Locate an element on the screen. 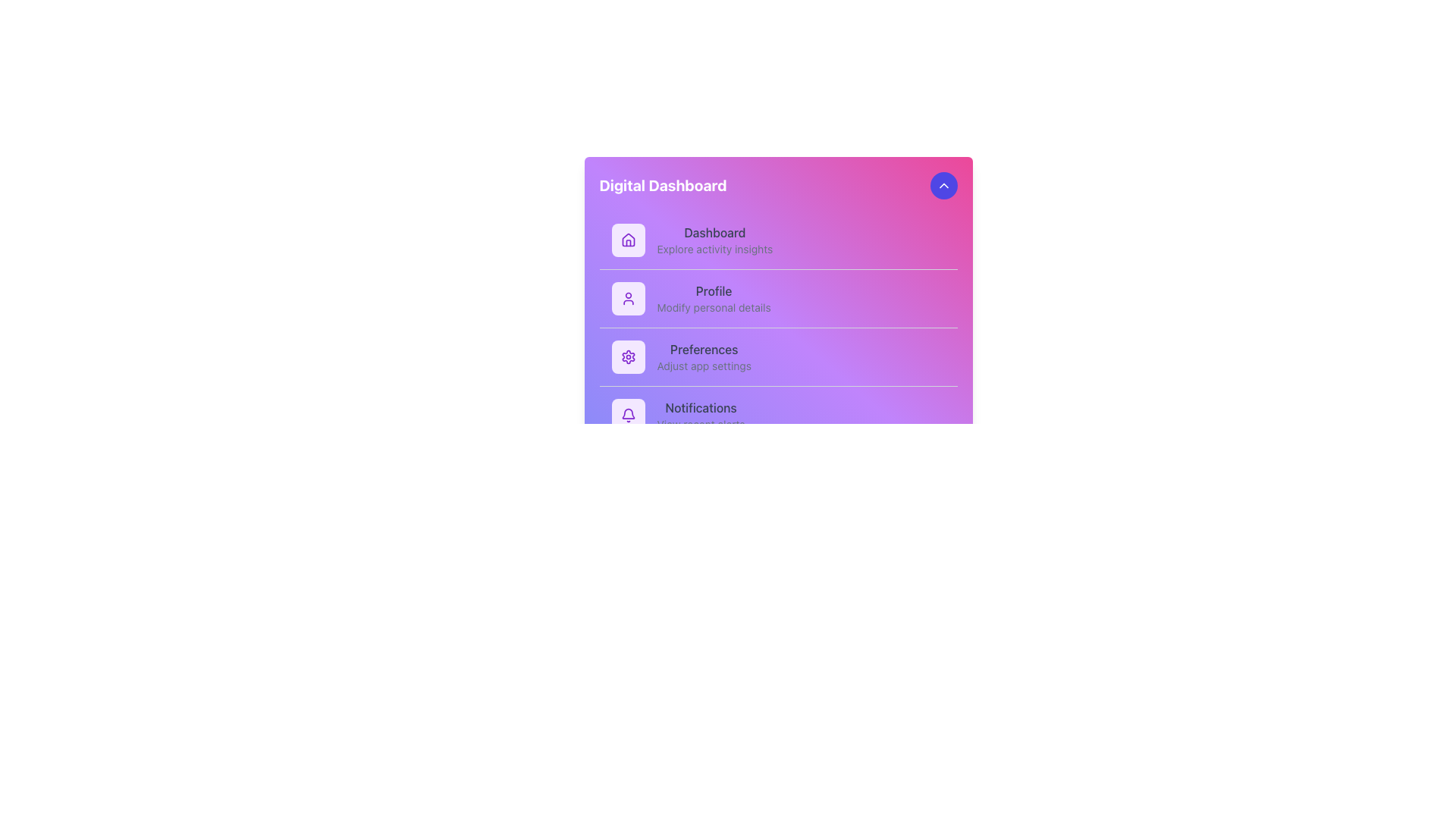 The image size is (1456, 819). individual navigation links located in the central navigation menu of the 'Digital Dashboard' is located at coordinates (778, 327).